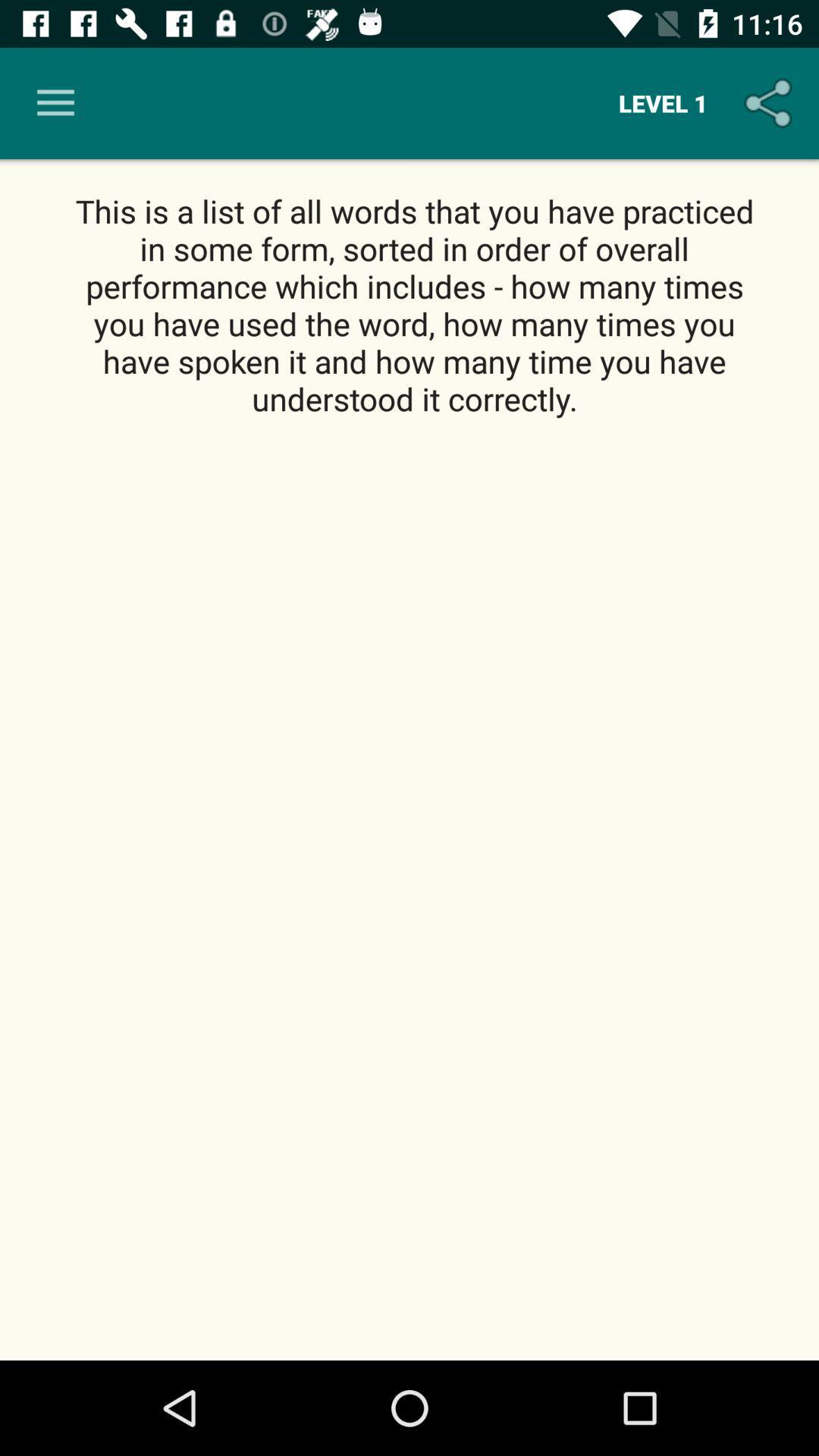 Image resolution: width=819 pixels, height=1456 pixels. What do you see at coordinates (771, 102) in the screenshot?
I see `the icon above this is a` at bounding box center [771, 102].